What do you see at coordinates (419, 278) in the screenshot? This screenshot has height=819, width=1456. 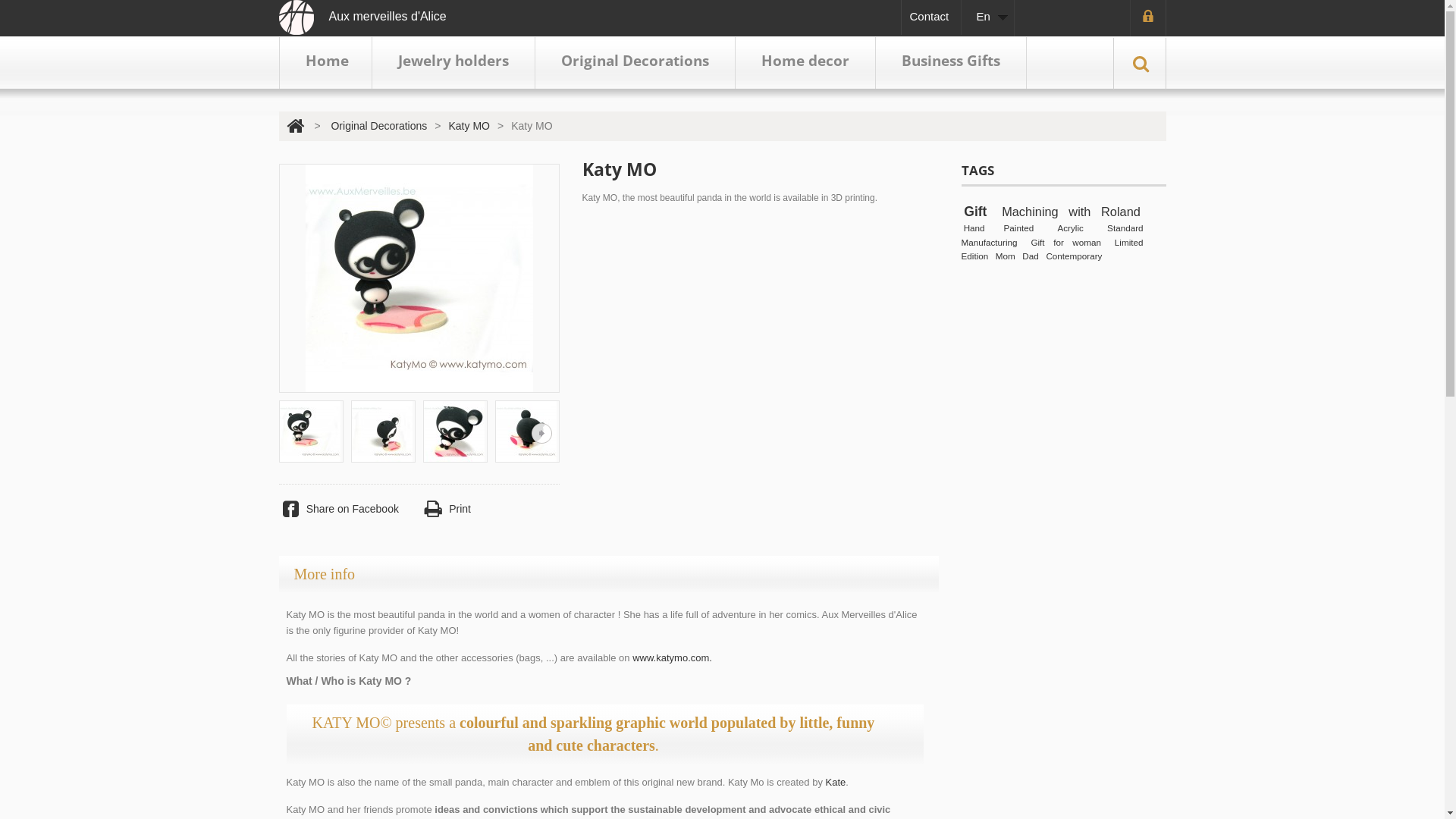 I see `'Katy MO'` at bounding box center [419, 278].